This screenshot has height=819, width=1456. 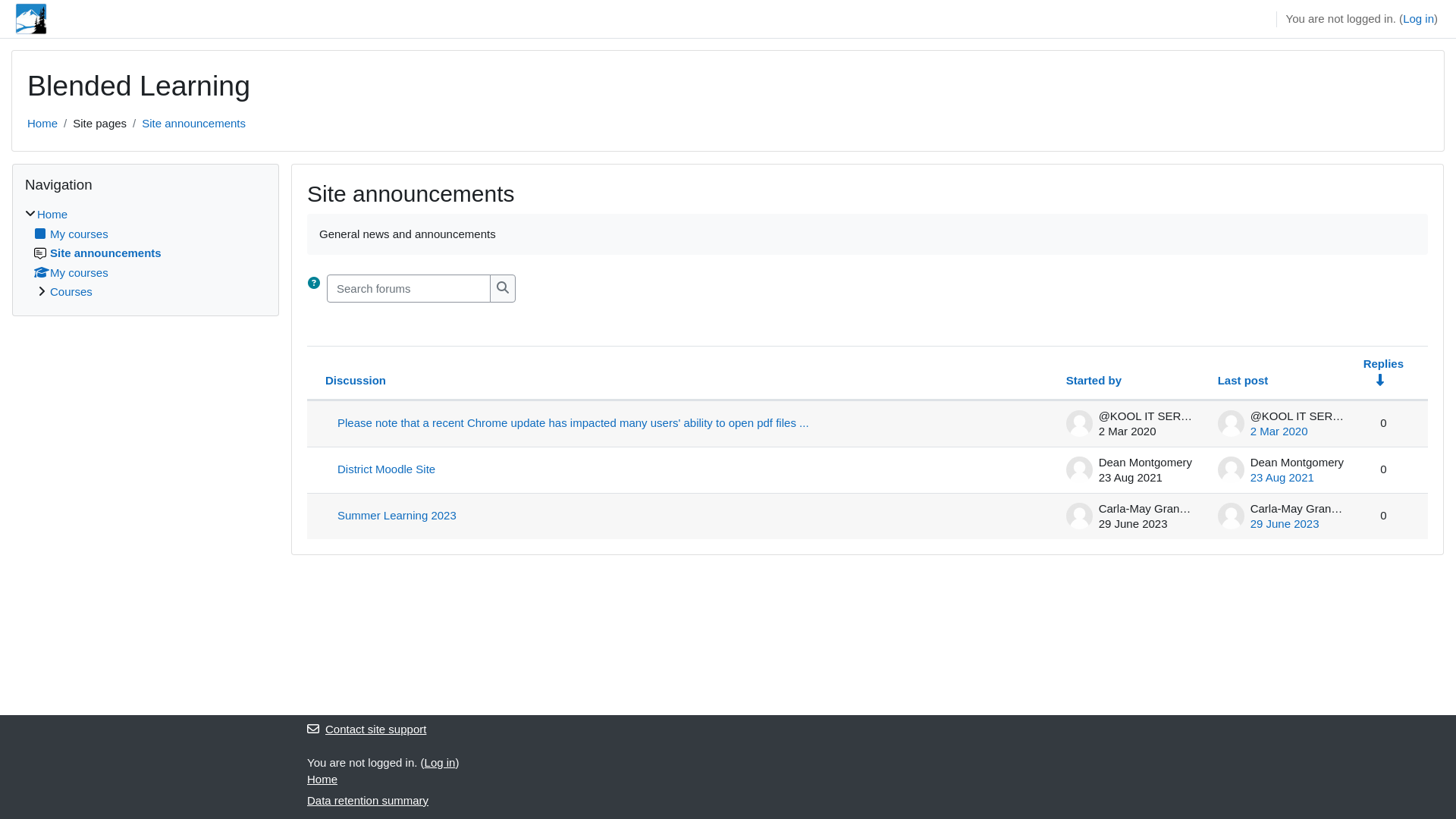 I want to click on 'Help with Search', so click(x=312, y=283).